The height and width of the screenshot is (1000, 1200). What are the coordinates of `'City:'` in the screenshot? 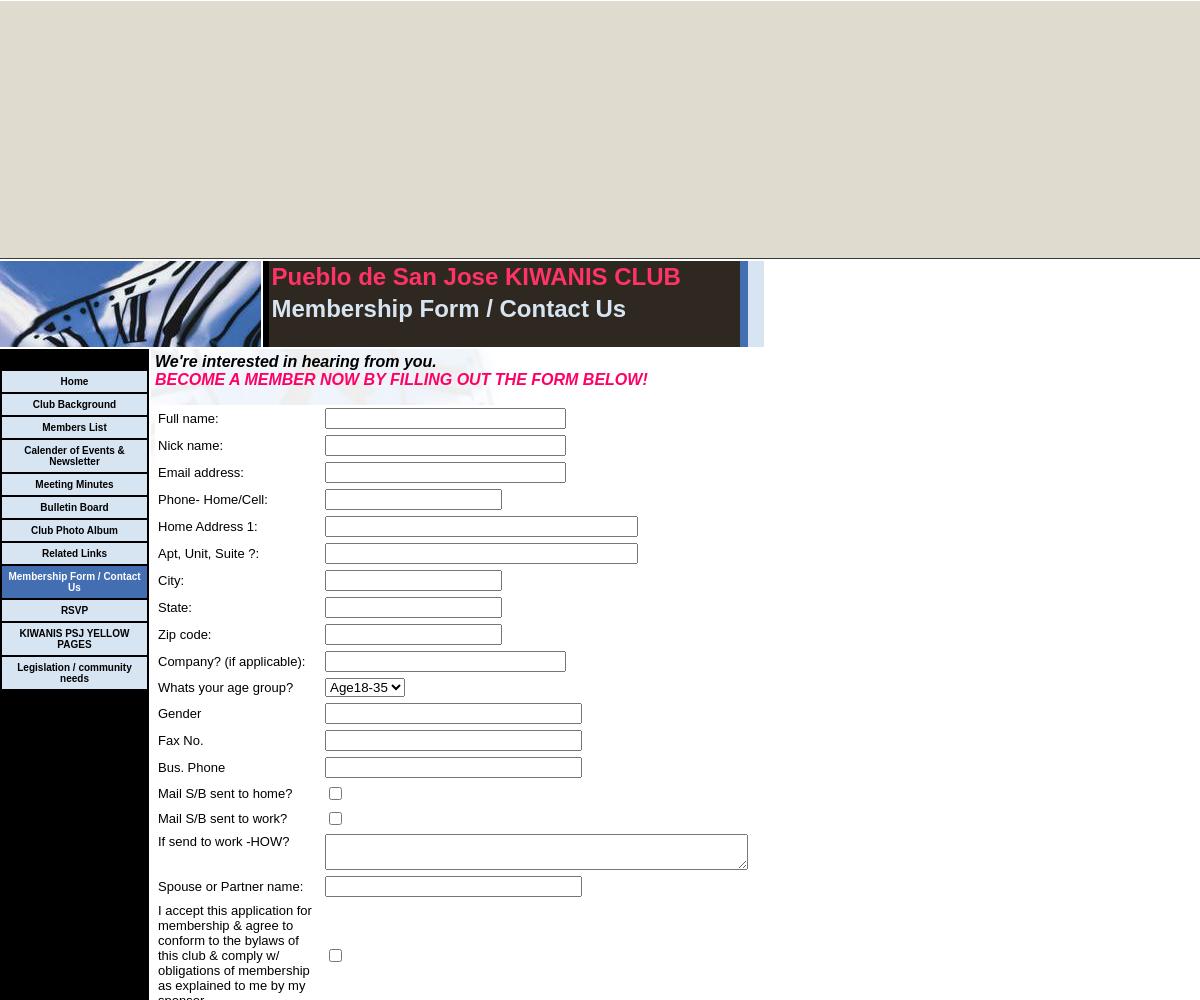 It's located at (169, 579).